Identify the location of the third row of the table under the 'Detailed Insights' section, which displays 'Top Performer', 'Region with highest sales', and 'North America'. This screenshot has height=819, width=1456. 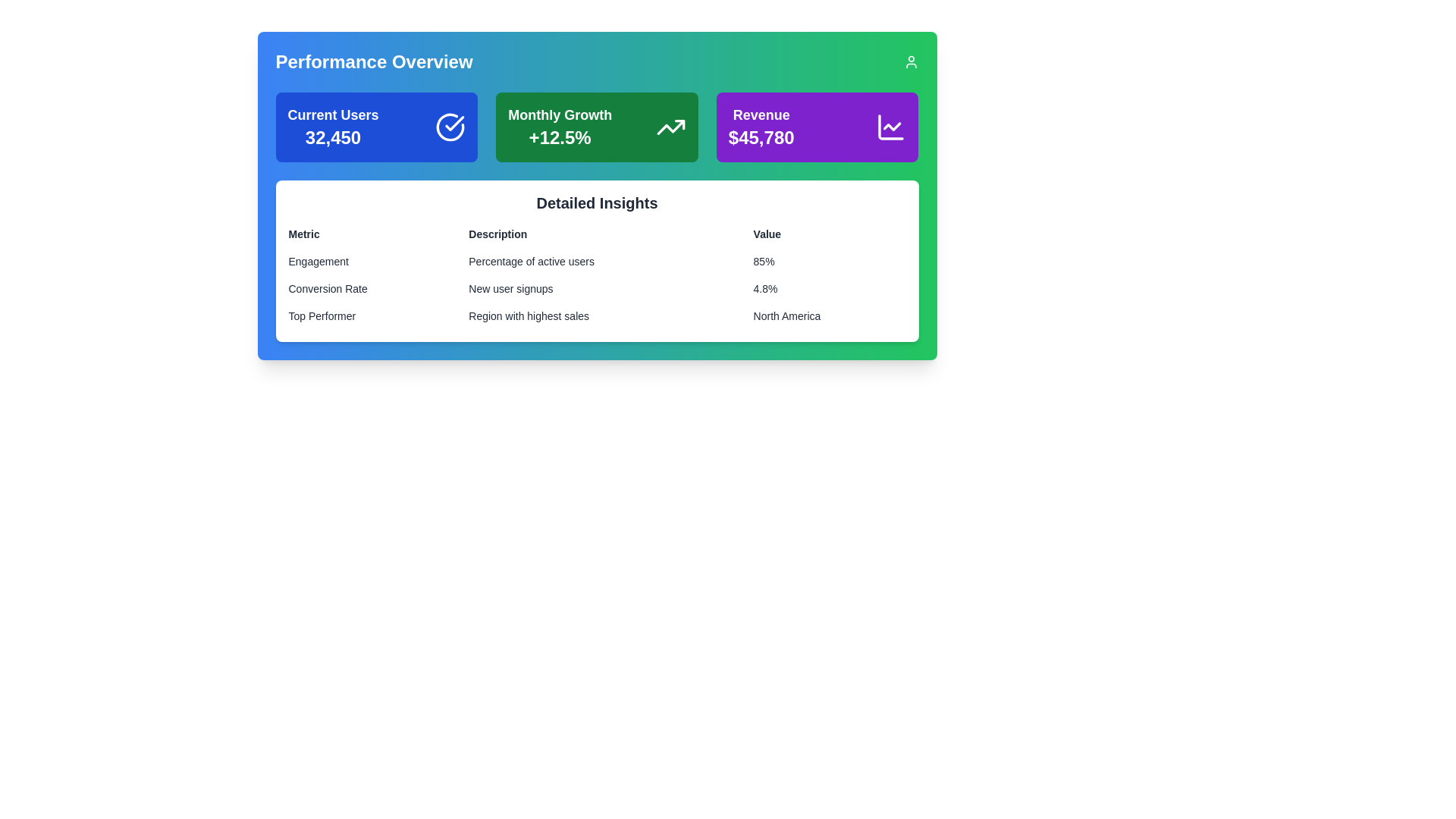
(596, 315).